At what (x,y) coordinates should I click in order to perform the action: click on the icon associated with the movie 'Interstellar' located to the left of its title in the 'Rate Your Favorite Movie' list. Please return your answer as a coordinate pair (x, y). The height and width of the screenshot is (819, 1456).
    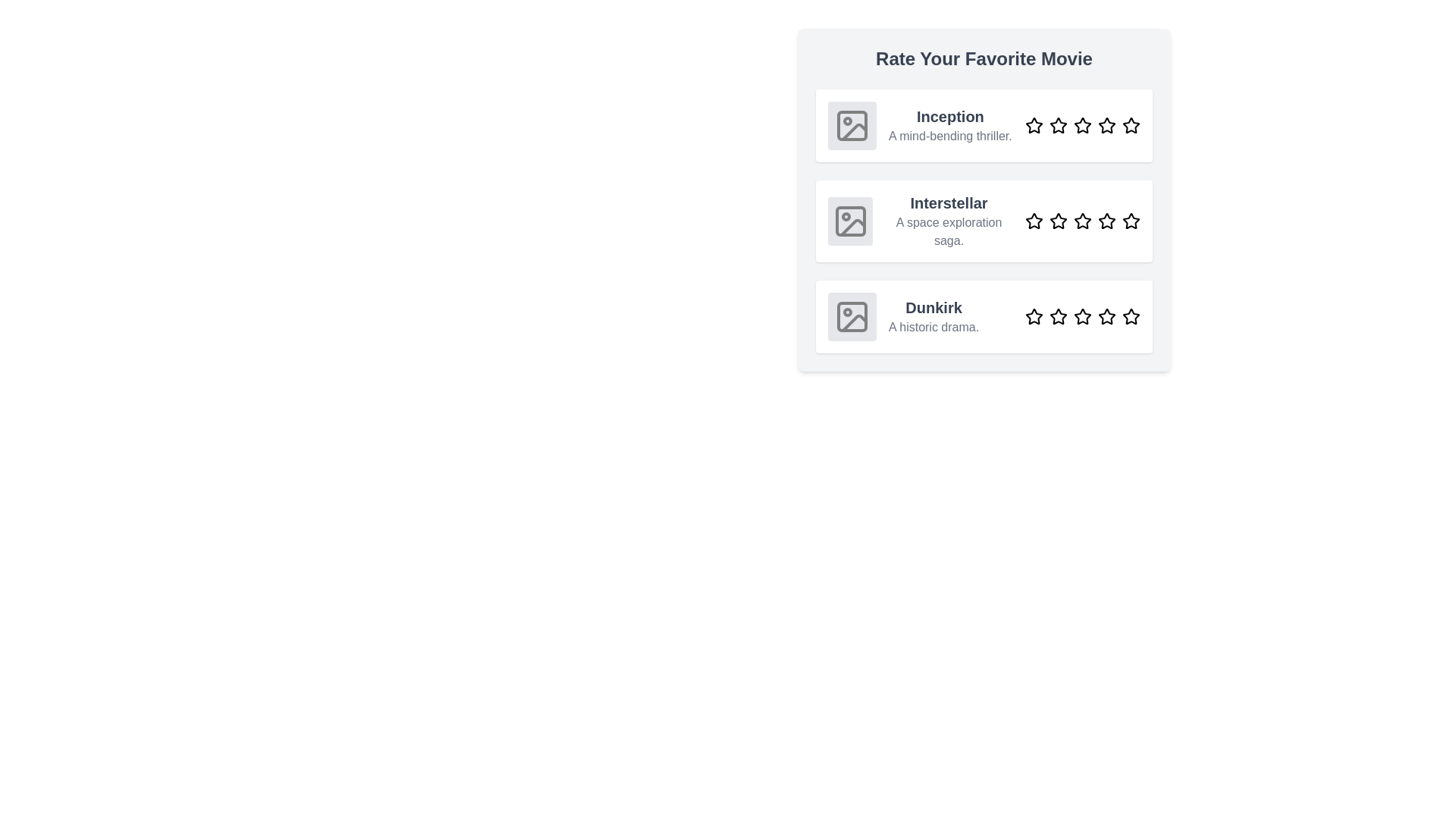
    Looking at the image, I should click on (850, 221).